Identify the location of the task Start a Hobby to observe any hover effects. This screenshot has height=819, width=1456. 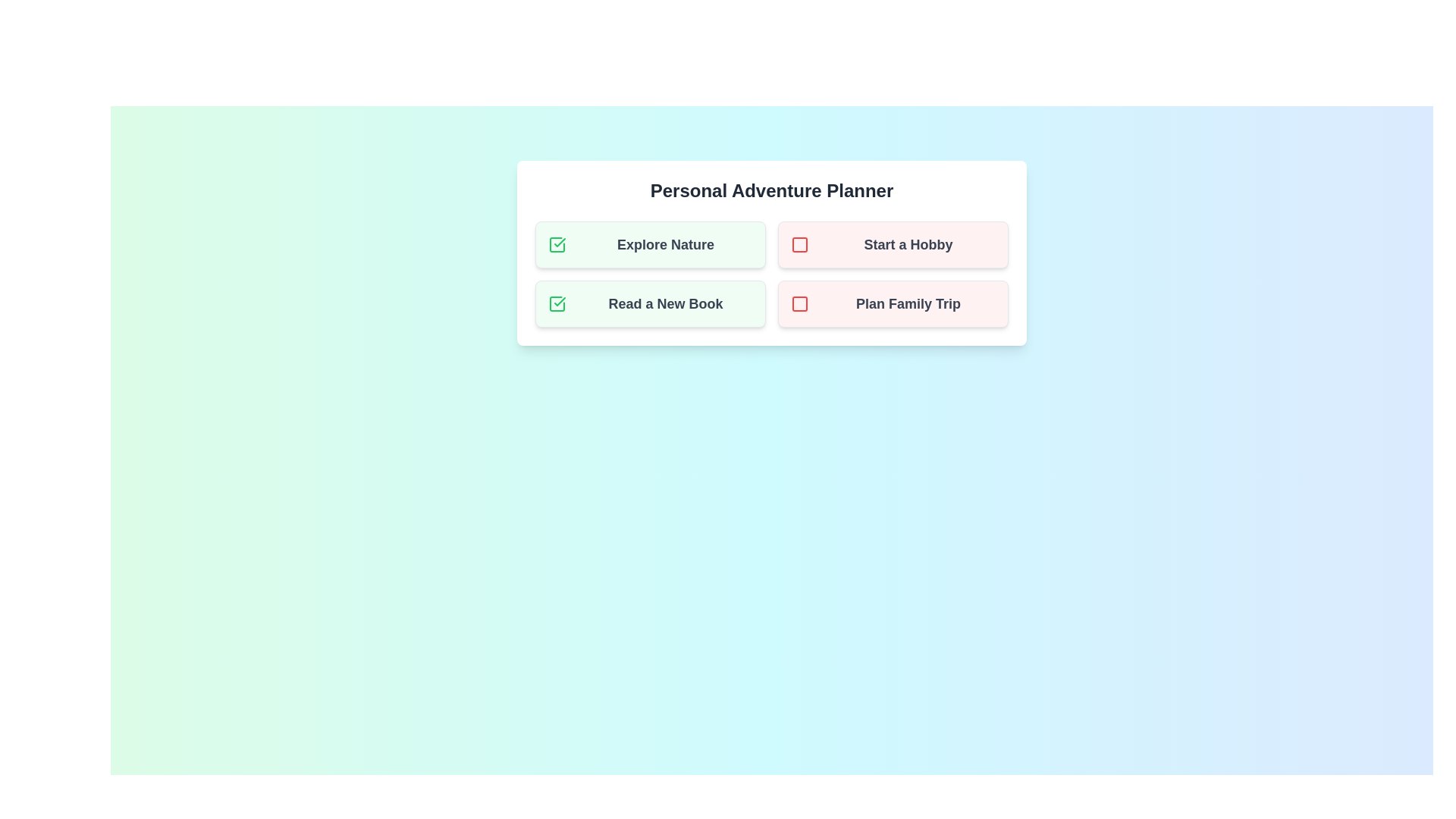
(893, 244).